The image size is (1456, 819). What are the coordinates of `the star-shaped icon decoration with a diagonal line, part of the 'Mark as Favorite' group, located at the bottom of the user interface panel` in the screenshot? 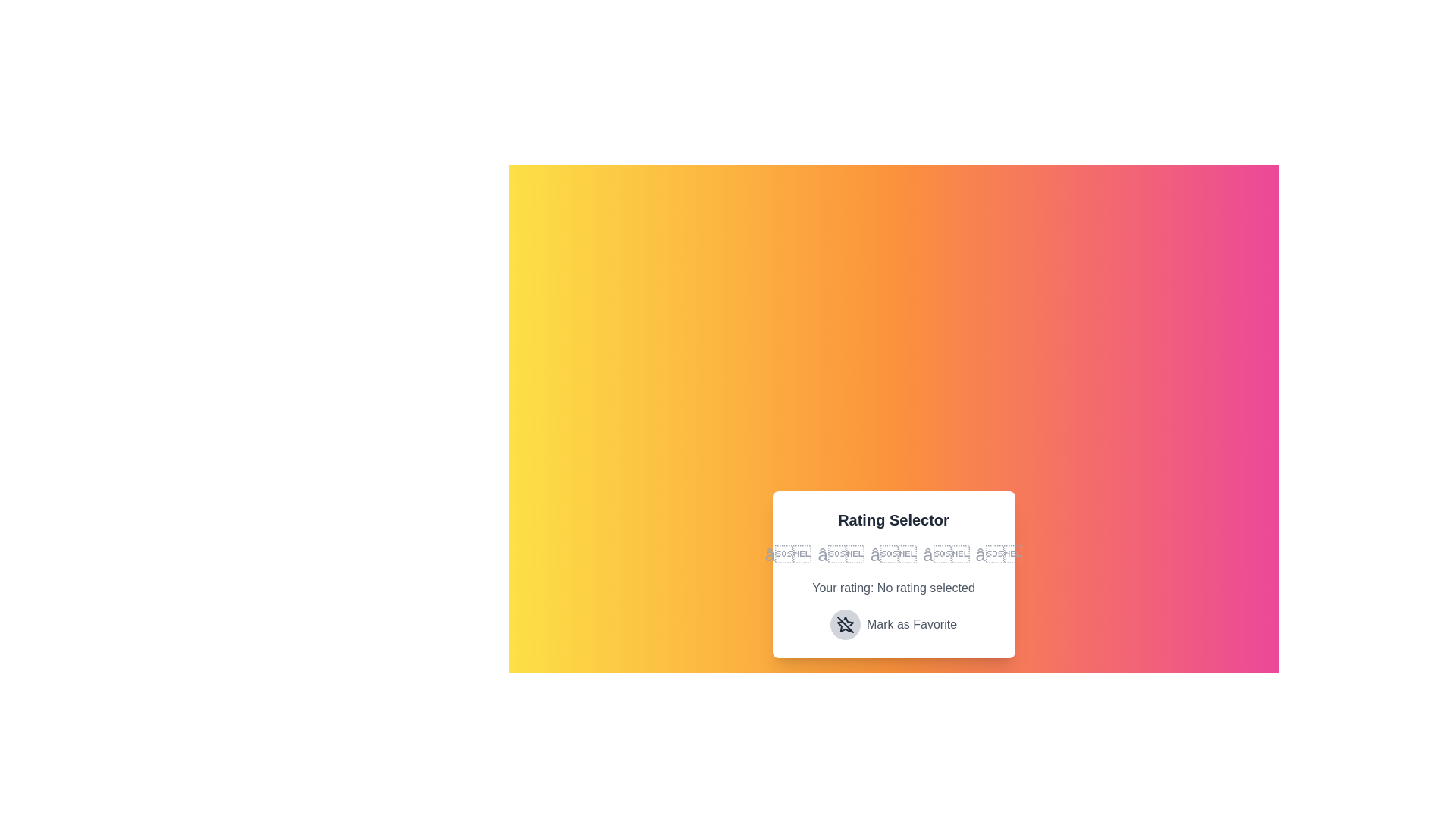 It's located at (844, 625).